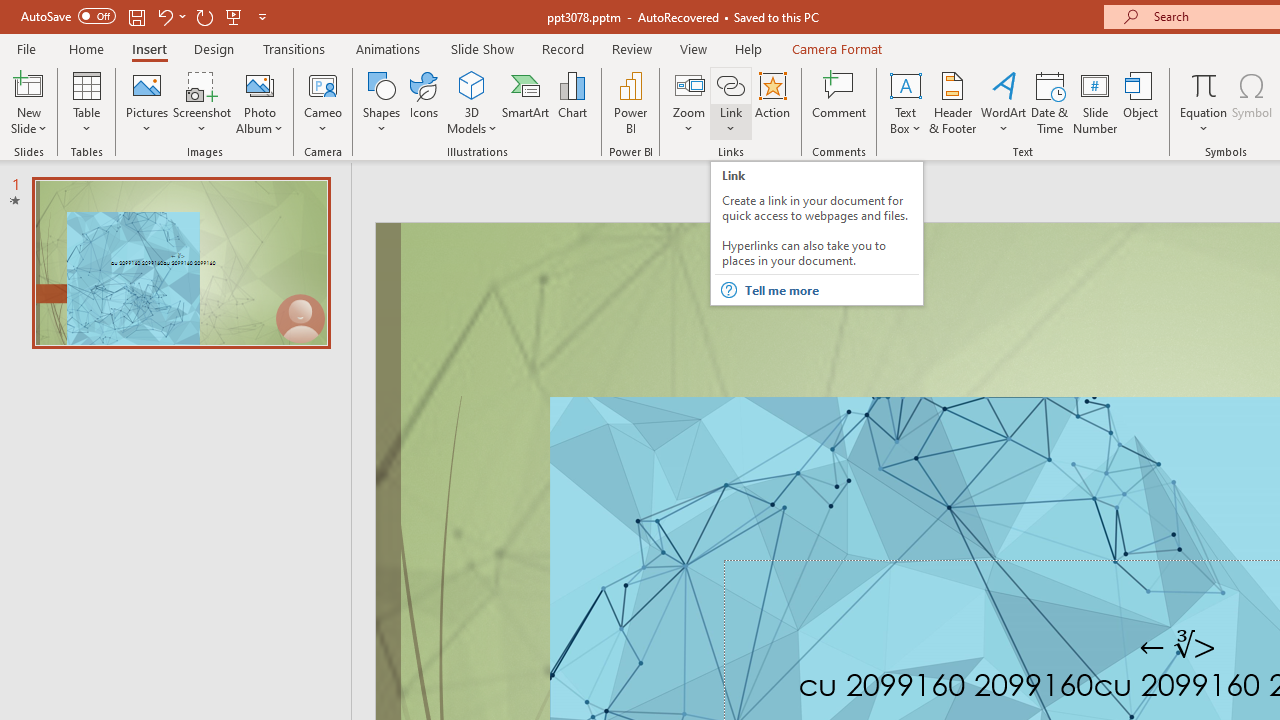 The width and height of the screenshot is (1280, 720). Describe the element at coordinates (388, 48) in the screenshot. I see `'Animations'` at that location.